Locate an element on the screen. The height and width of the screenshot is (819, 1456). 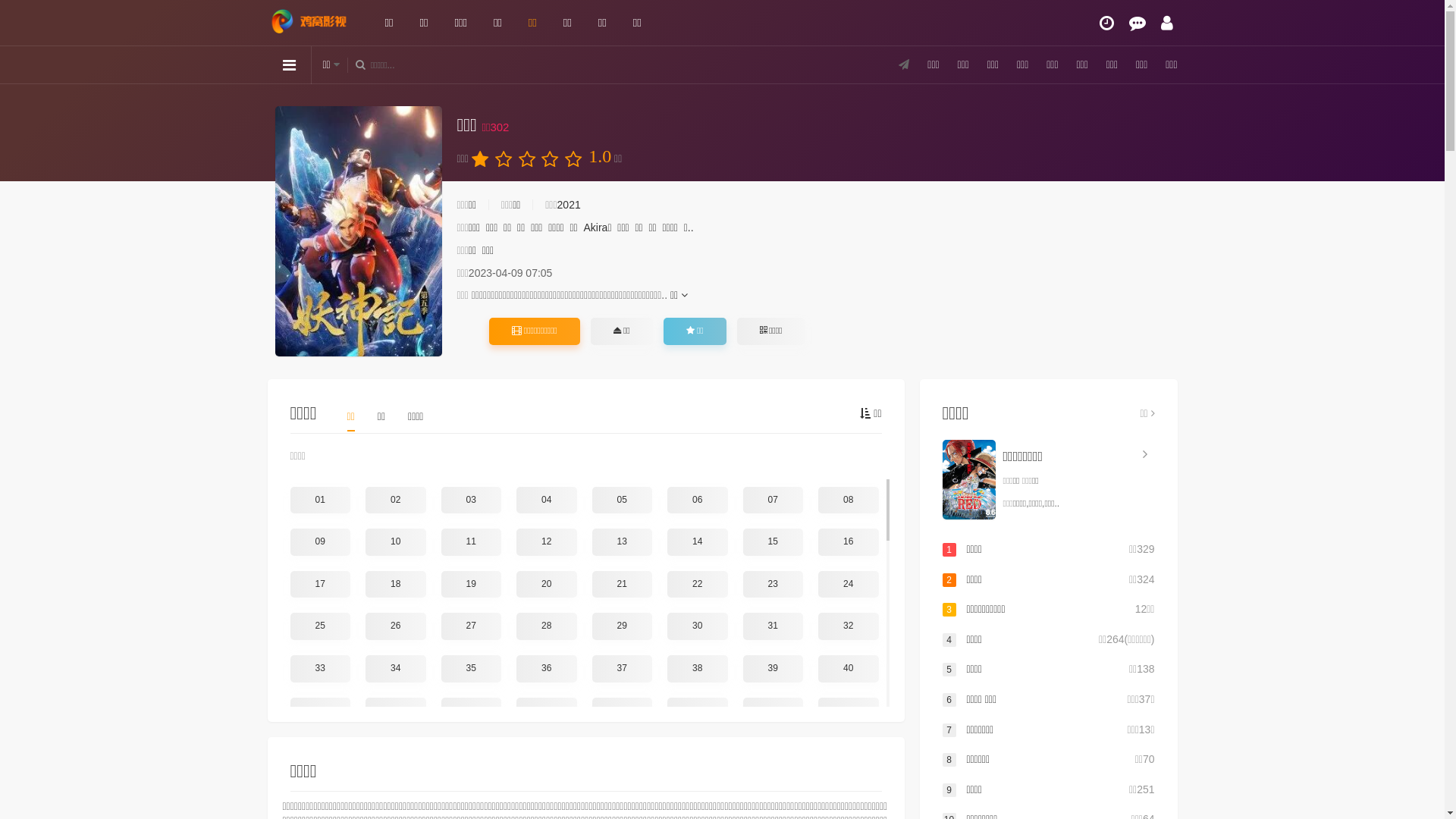
'24' is located at coordinates (817, 584).